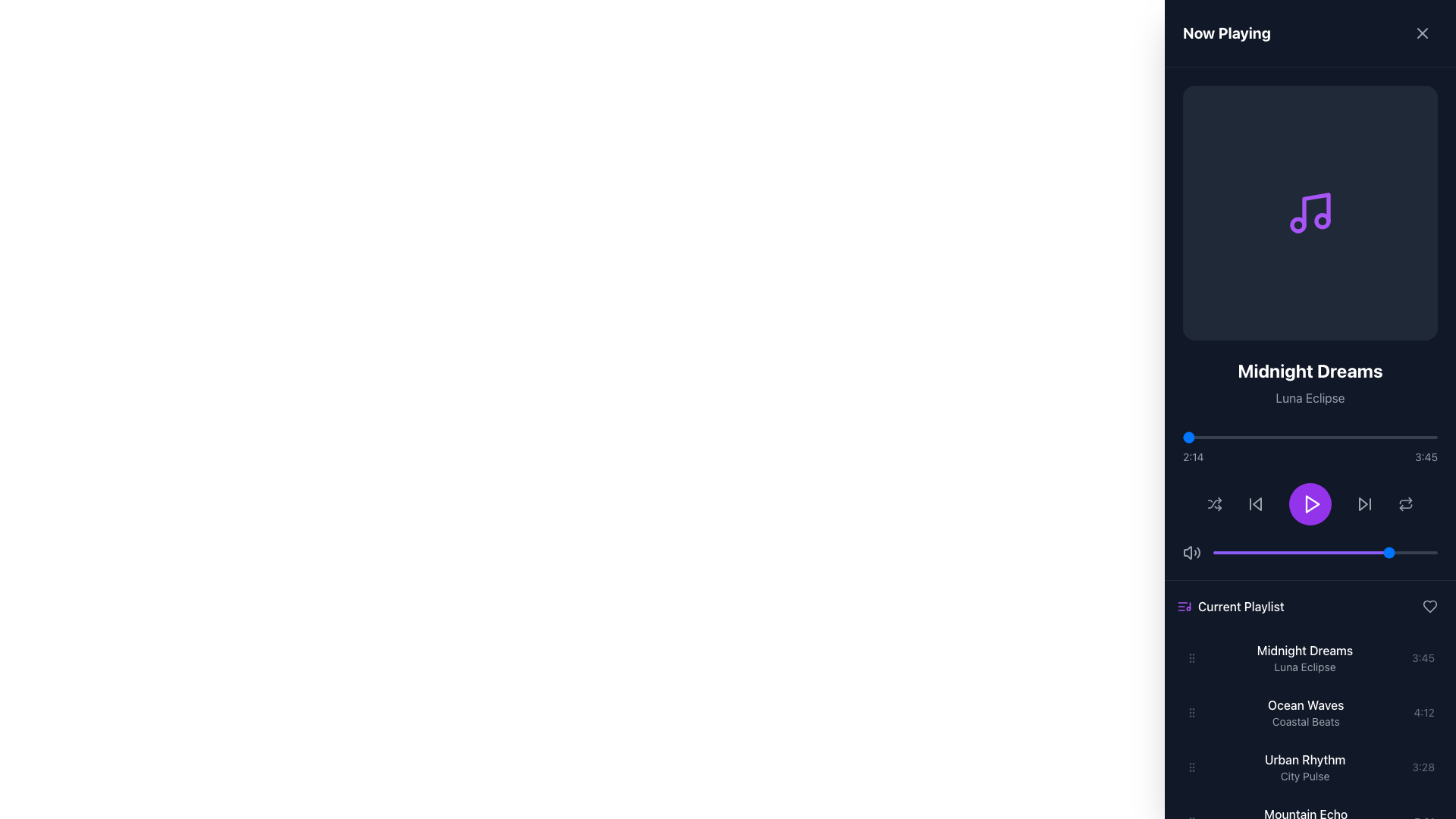 This screenshot has width=1456, height=819. I want to click on the slider value, so click(1370, 553).